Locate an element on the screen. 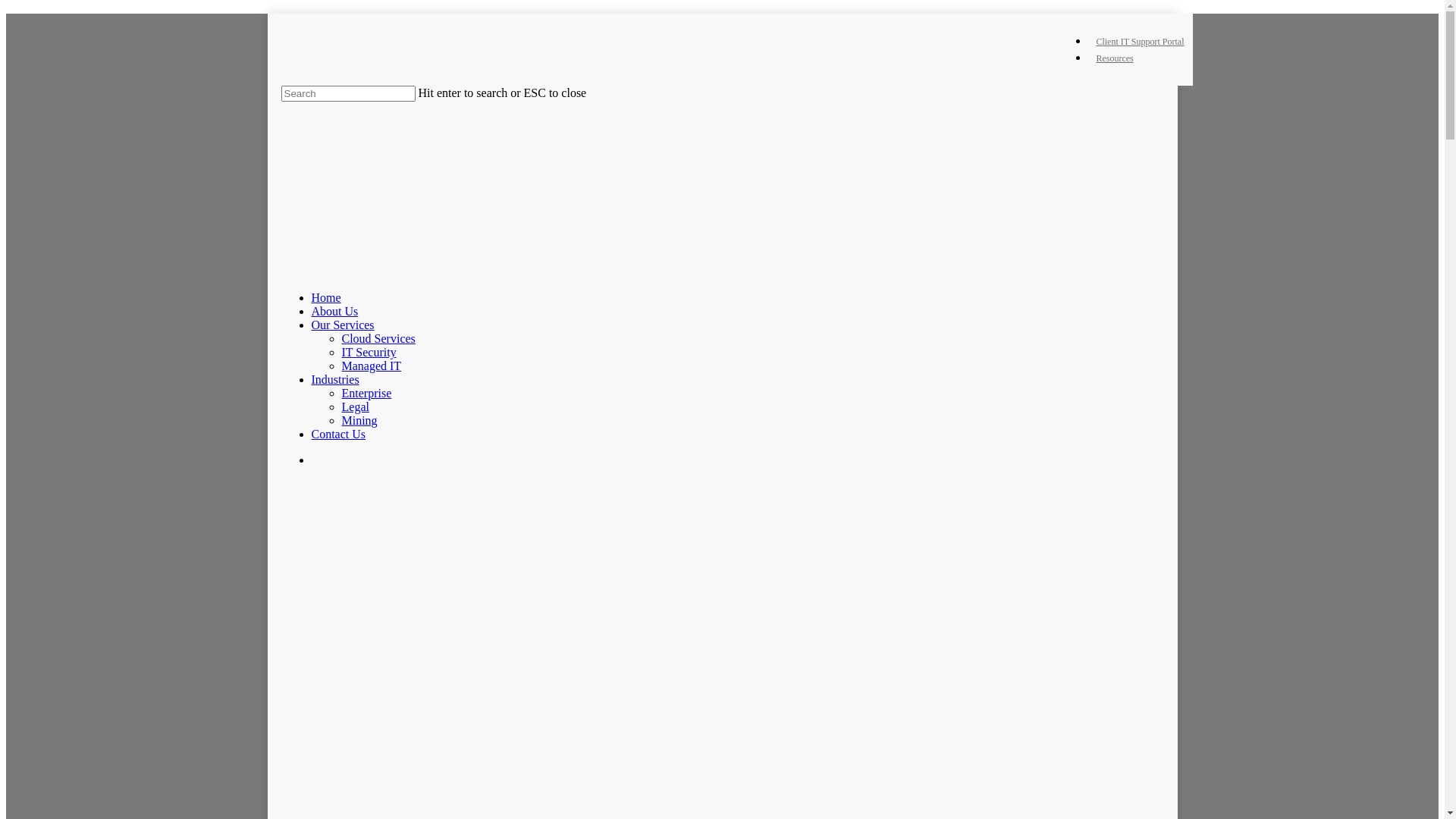  'Managed IT' is located at coordinates (340, 366).